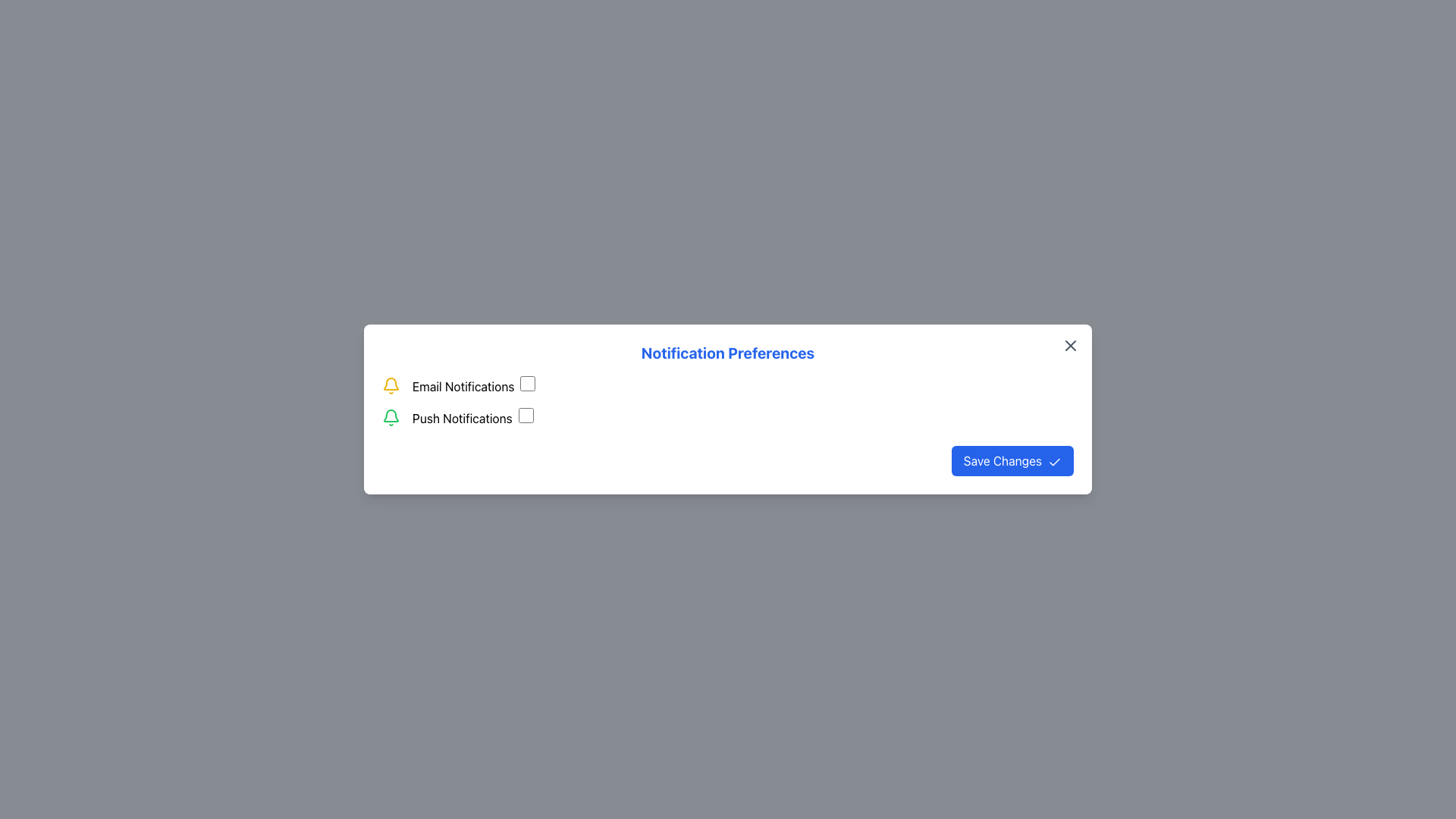 This screenshot has height=819, width=1456. What do you see at coordinates (391, 385) in the screenshot?
I see `the decorative notification bell icon with a yellow outline, located adjacent to the 'Email Notifications' label in the 'Notification Preferences' section of the interface` at bounding box center [391, 385].